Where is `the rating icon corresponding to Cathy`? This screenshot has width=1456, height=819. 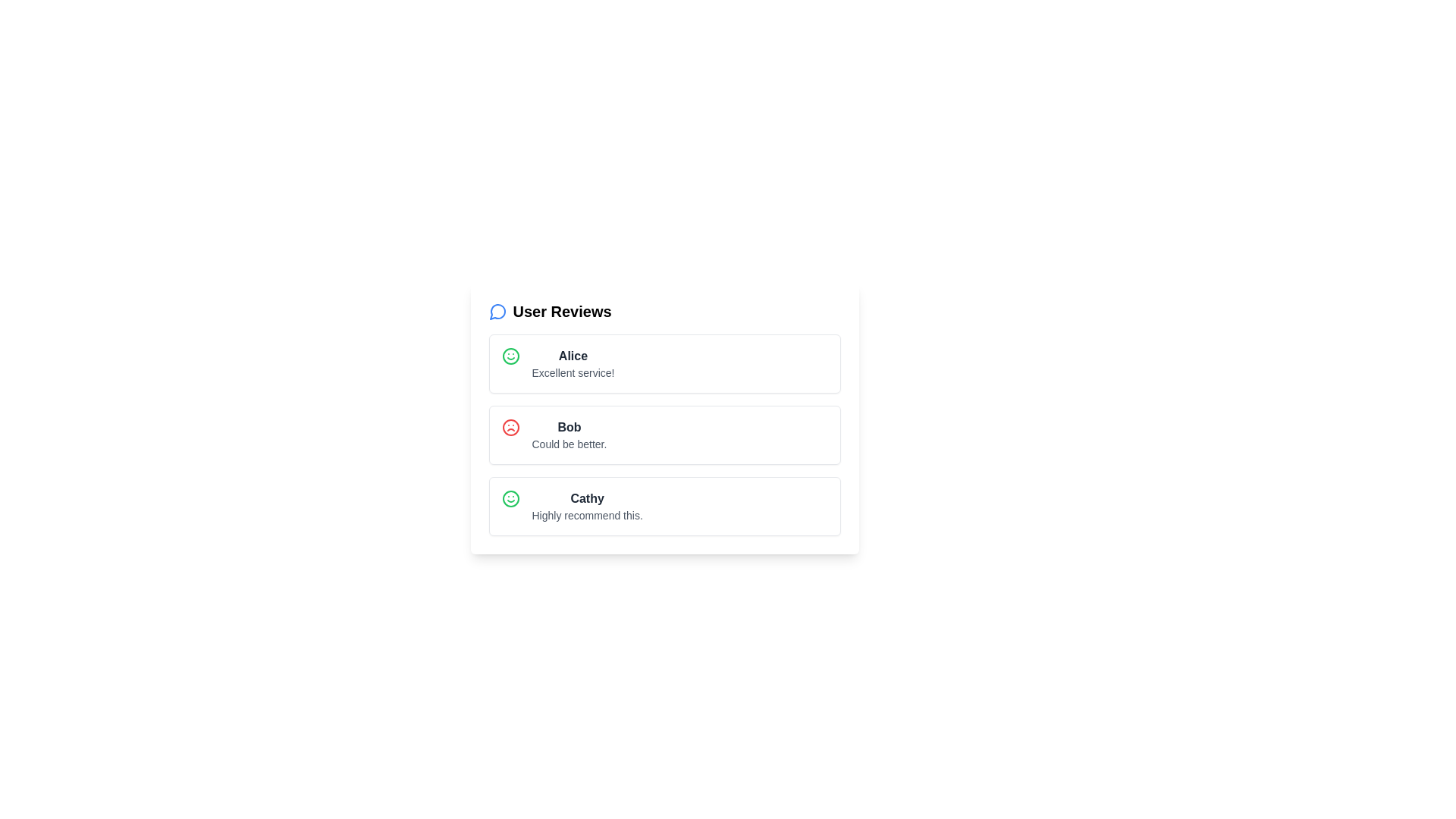 the rating icon corresponding to Cathy is located at coordinates (510, 499).